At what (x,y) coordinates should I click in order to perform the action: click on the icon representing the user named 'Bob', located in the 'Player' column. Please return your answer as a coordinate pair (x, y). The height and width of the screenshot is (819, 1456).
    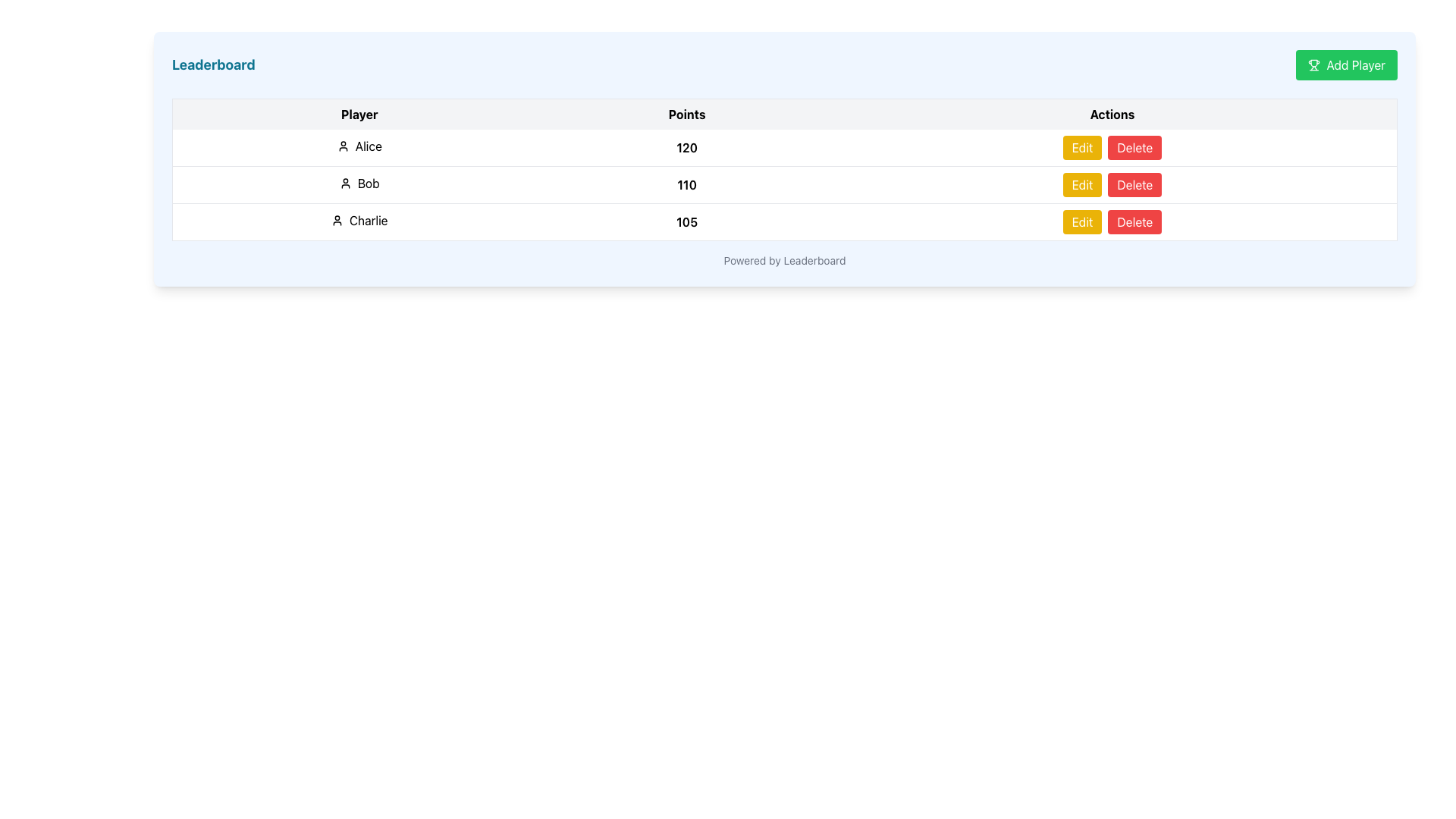
    Looking at the image, I should click on (344, 183).